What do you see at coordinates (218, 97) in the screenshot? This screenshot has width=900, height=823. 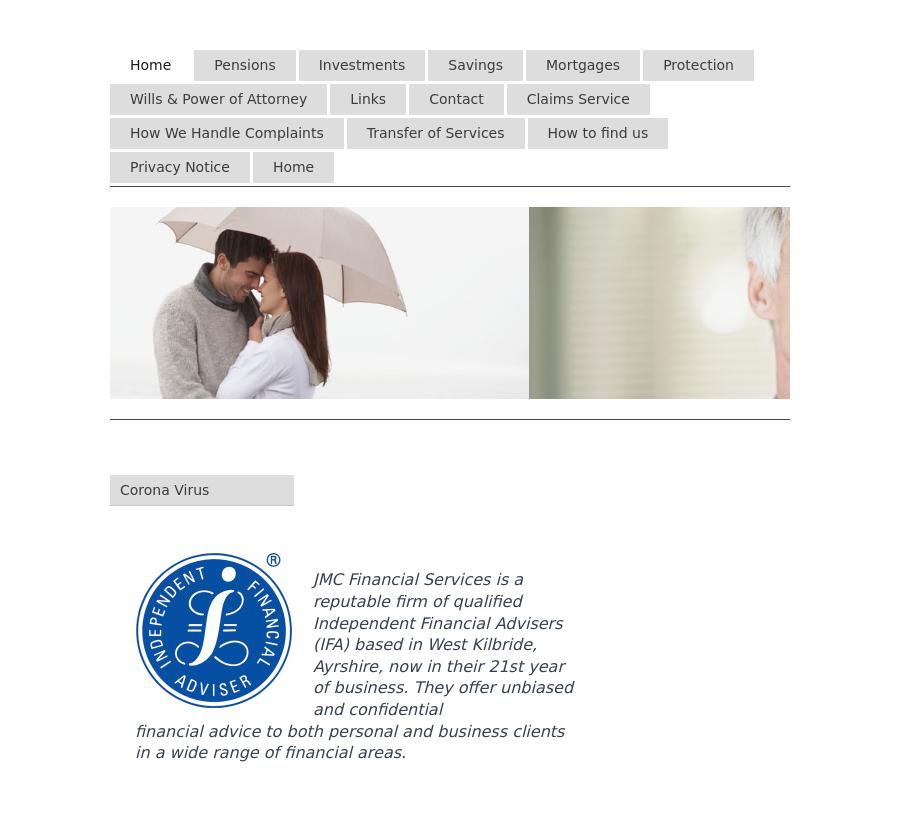 I see `'Wills & Power of Attorney'` at bounding box center [218, 97].